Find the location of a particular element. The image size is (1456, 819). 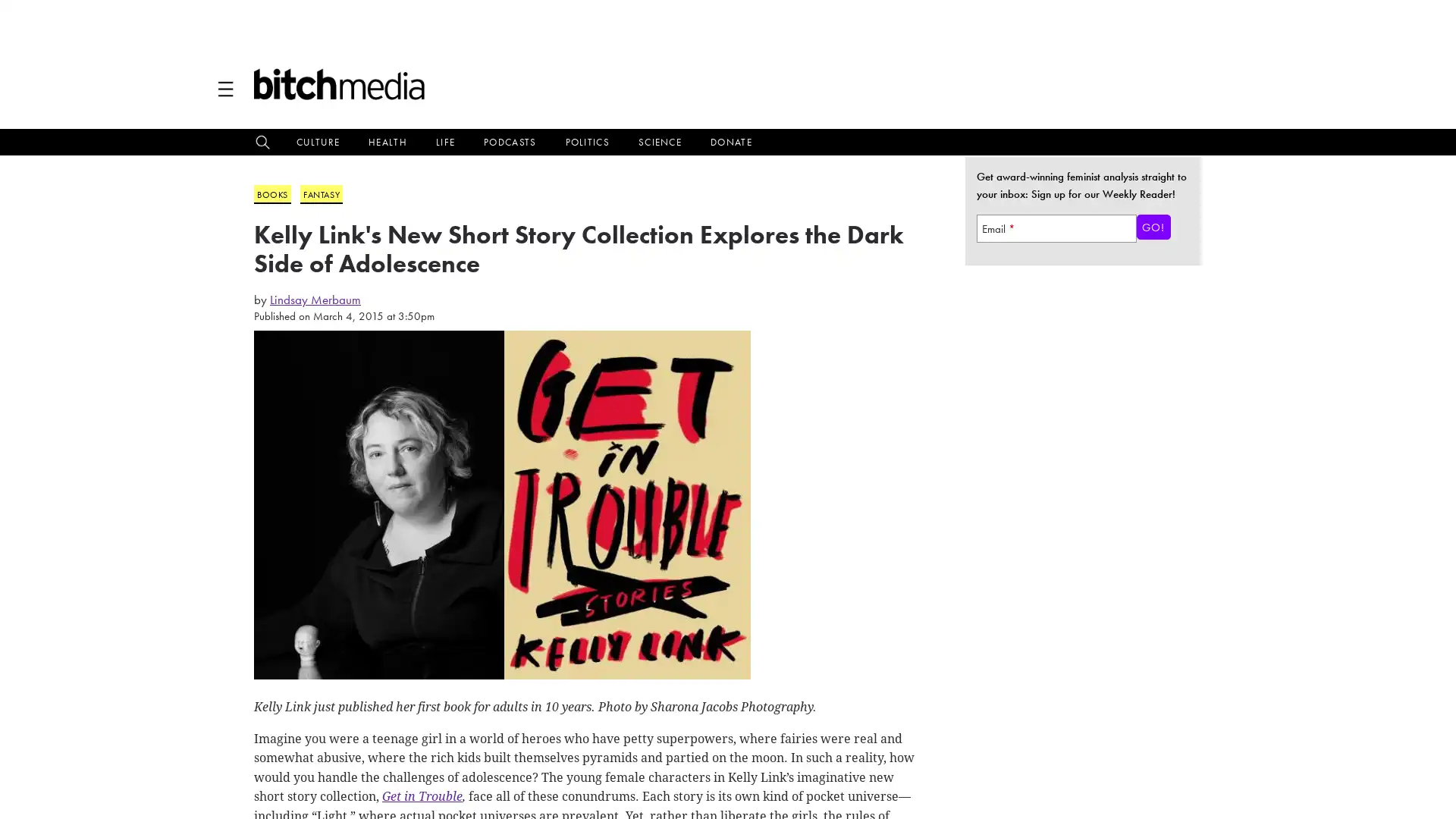

Go! is located at coordinates (1153, 227).